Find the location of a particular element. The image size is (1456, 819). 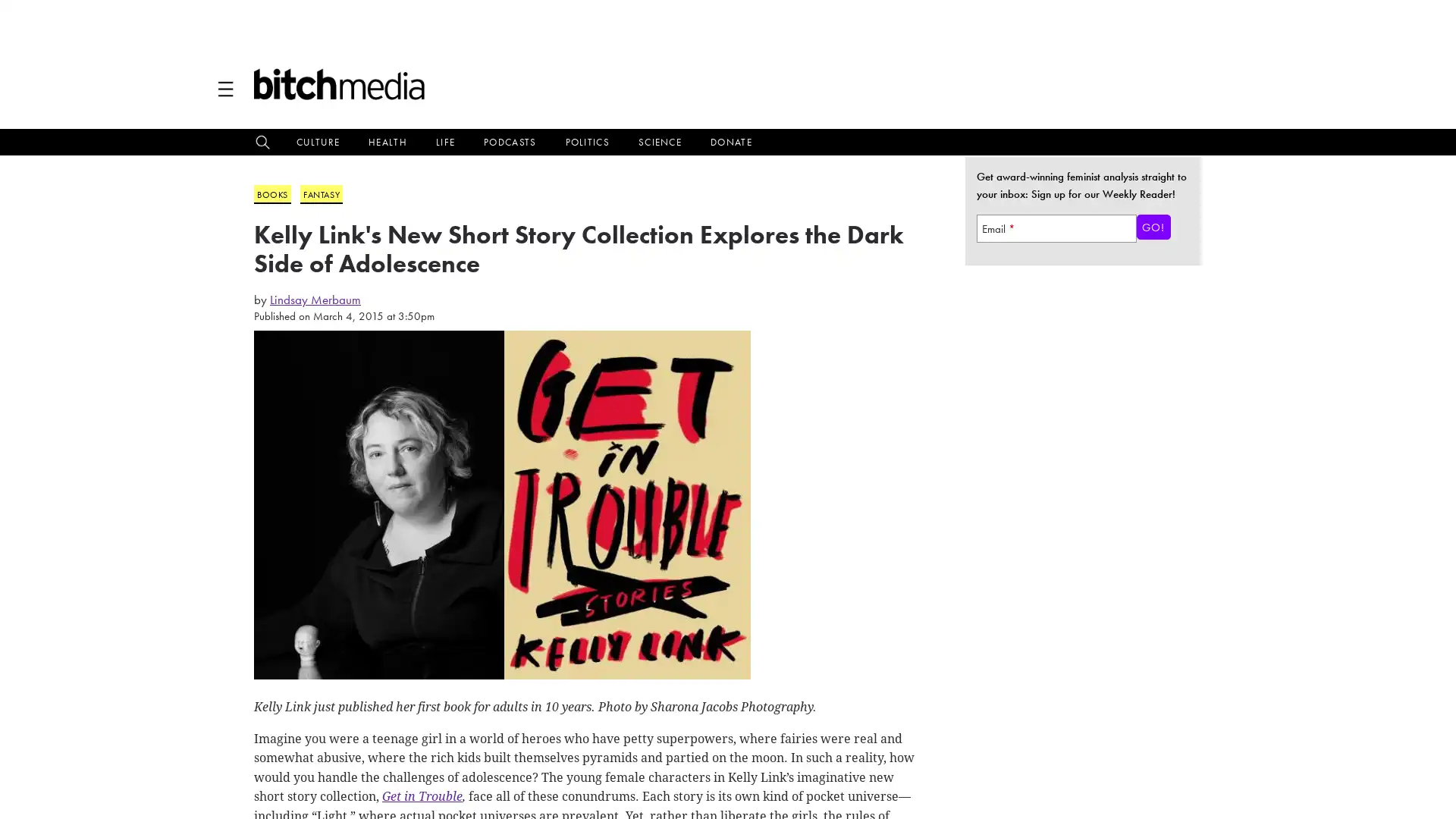

Go! is located at coordinates (1153, 227).